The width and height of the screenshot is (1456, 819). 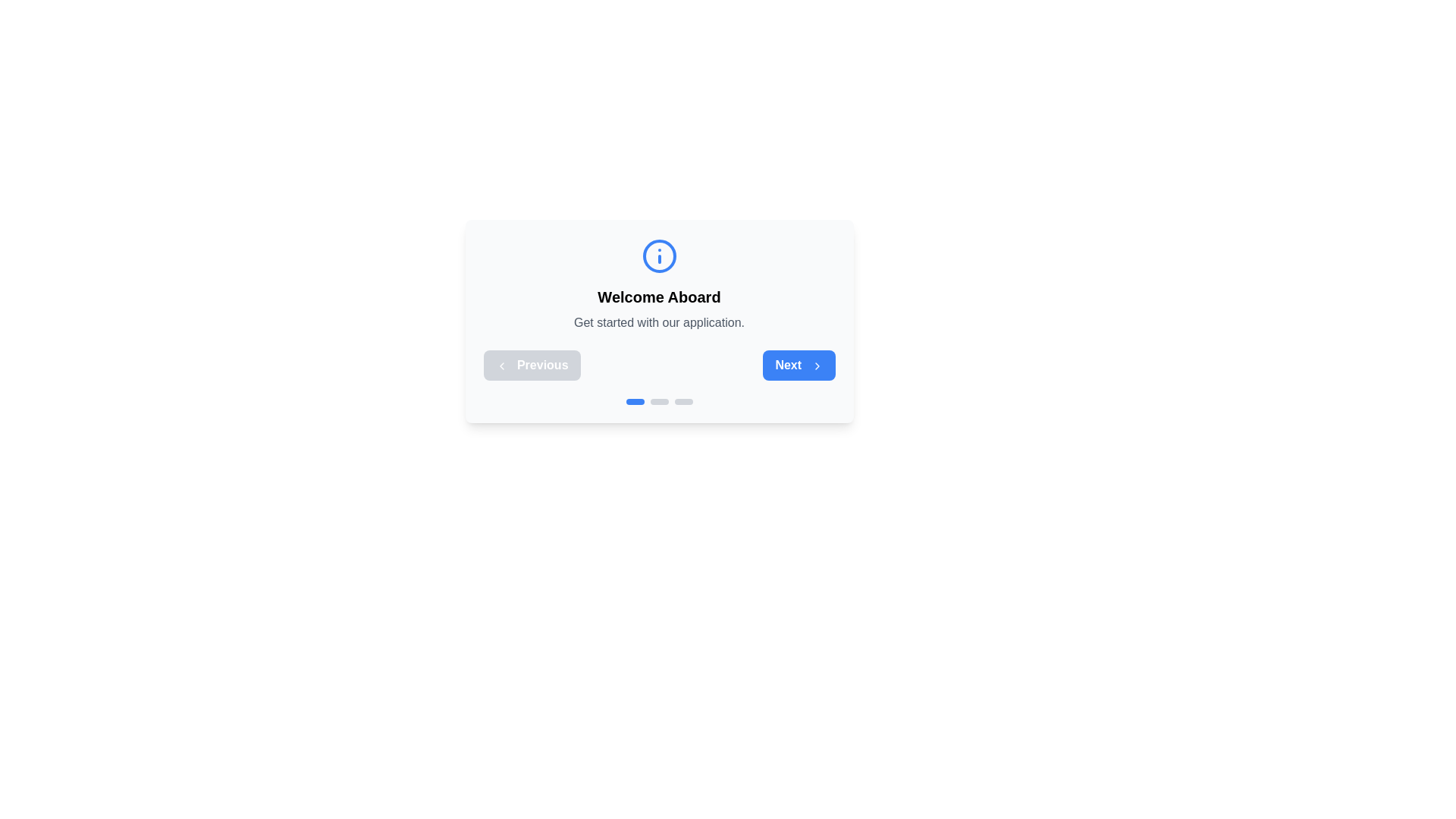 What do you see at coordinates (659, 400) in the screenshot?
I see `the second pagination indicator in the inactive state, which is a small gray rectangular indicator with rounded edges located at the bottom center of the interface` at bounding box center [659, 400].